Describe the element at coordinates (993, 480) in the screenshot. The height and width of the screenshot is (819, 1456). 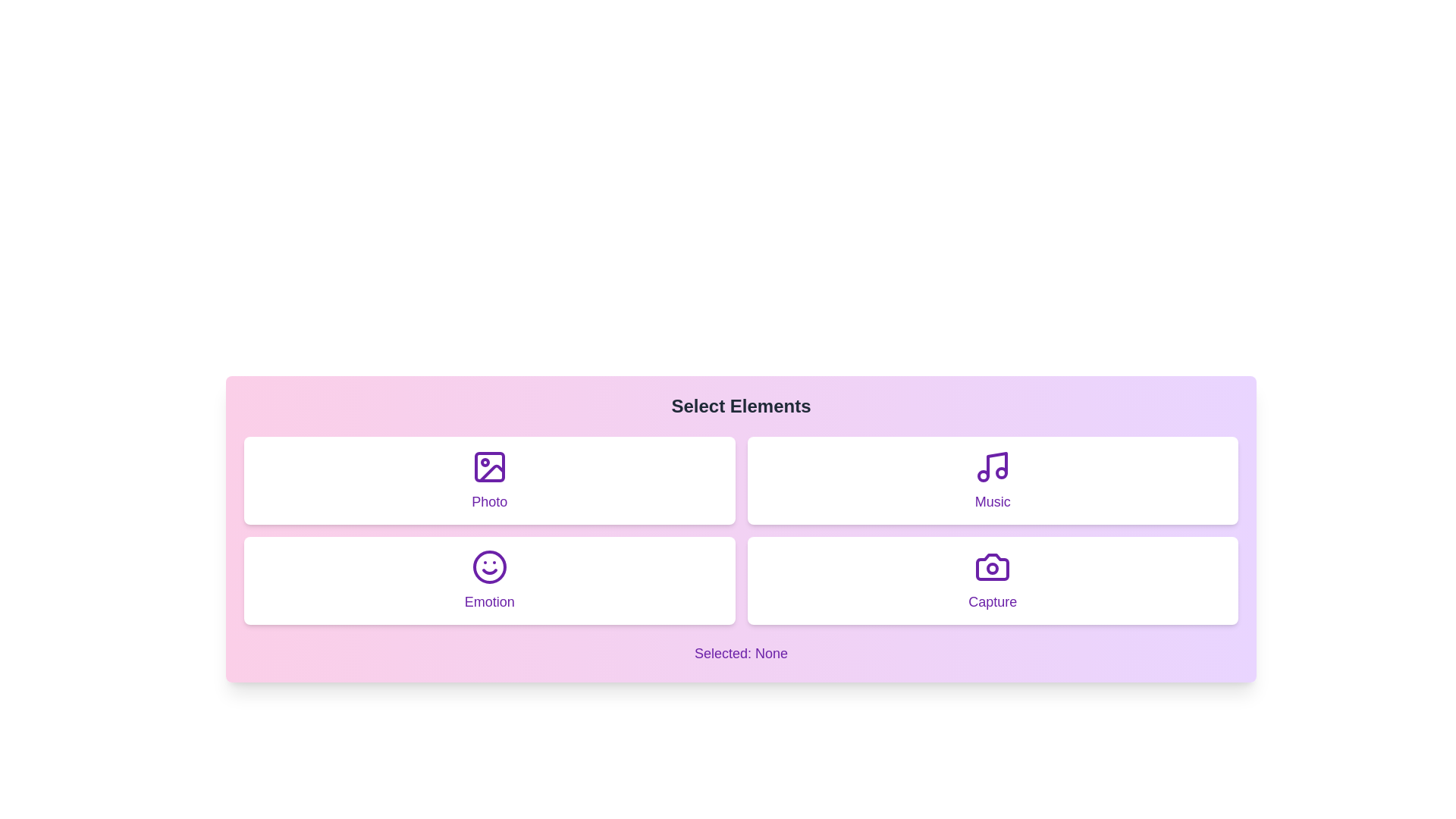
I see `the element labeled Music` at that location.